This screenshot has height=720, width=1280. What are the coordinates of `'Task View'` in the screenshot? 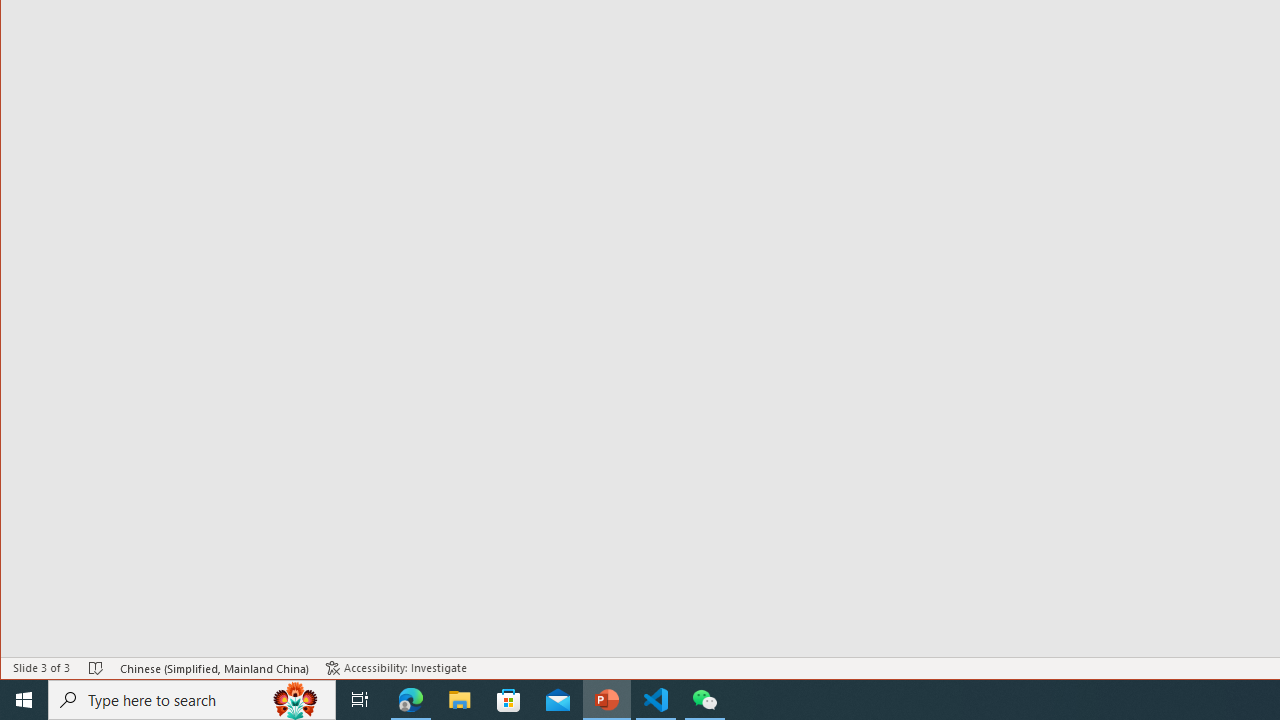 It's located at (359, 698).